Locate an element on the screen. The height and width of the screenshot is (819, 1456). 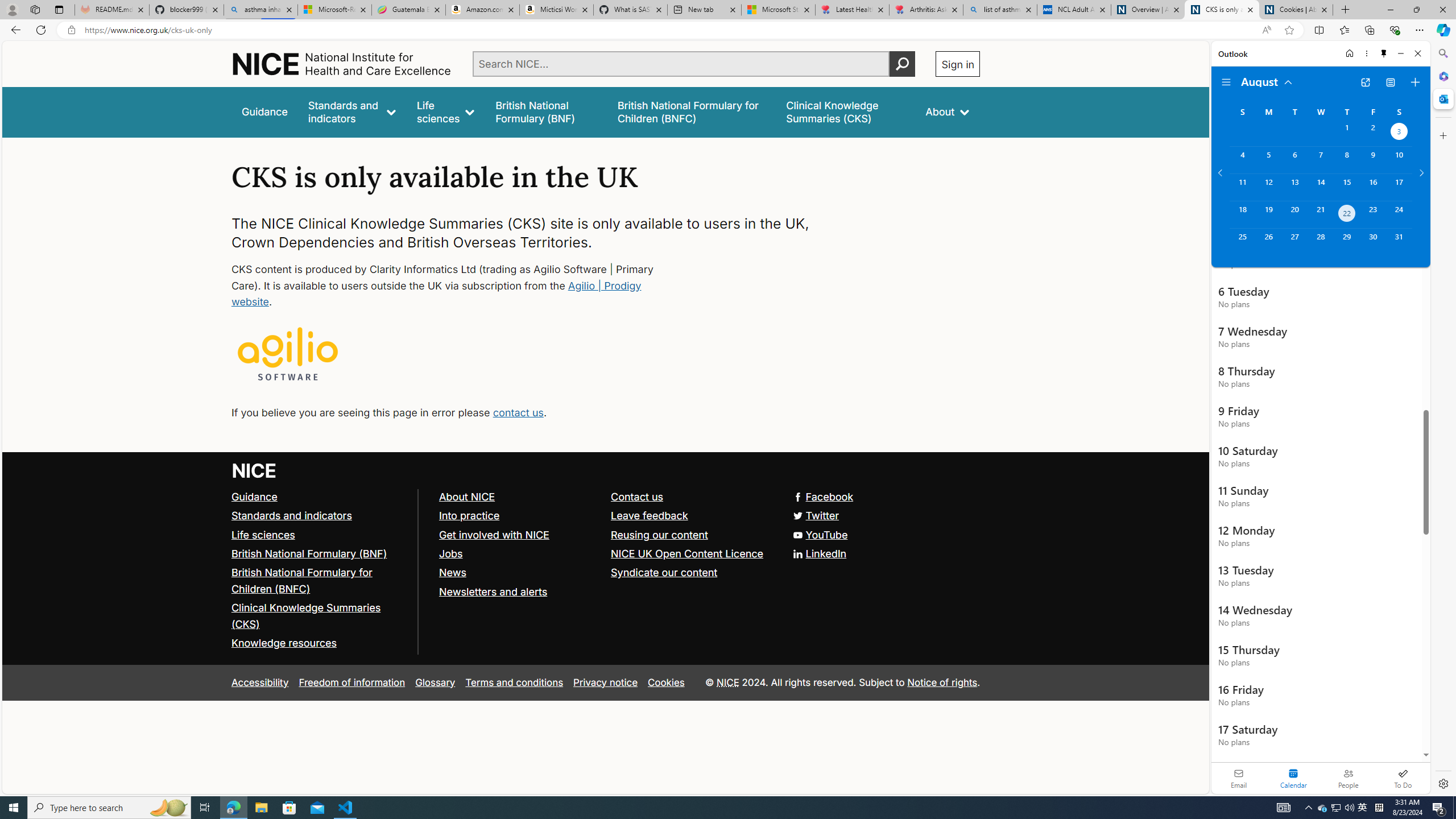
'Tuesday, August 6, 2024. ' is located at coordinates (1293, 159).